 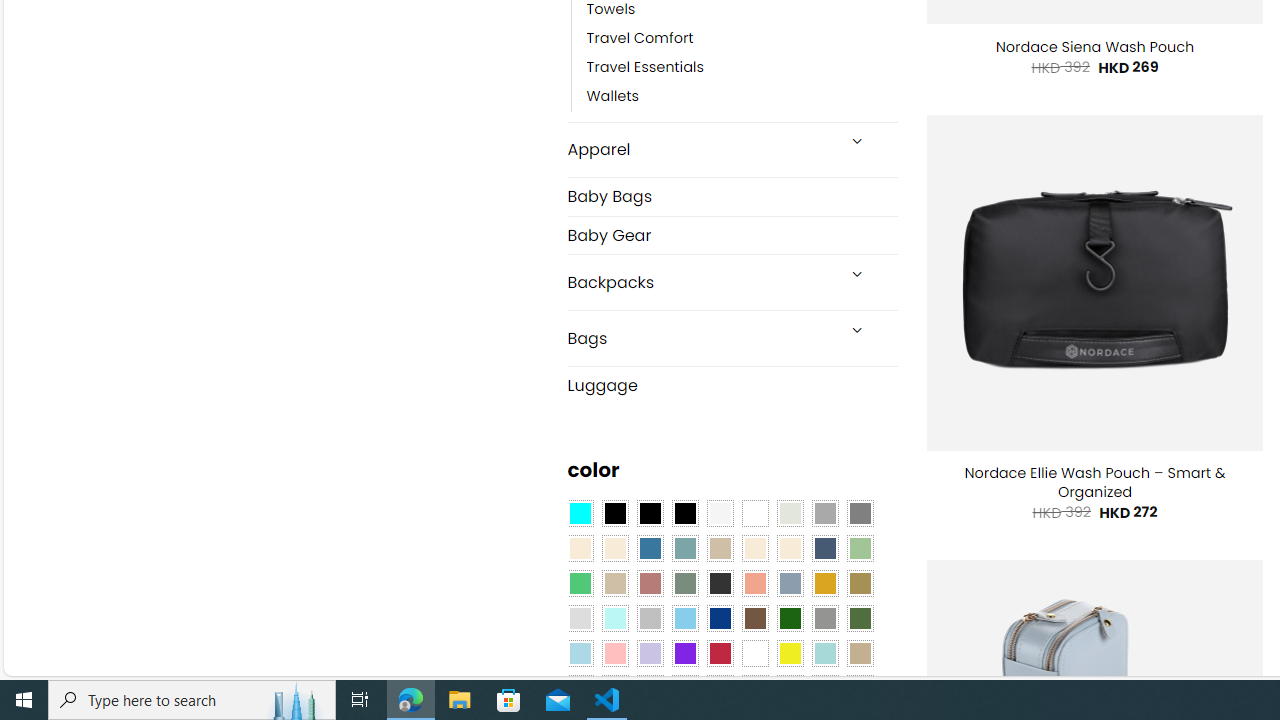 I want to click on 'Dusty Blue', so click(x=788, y=583).